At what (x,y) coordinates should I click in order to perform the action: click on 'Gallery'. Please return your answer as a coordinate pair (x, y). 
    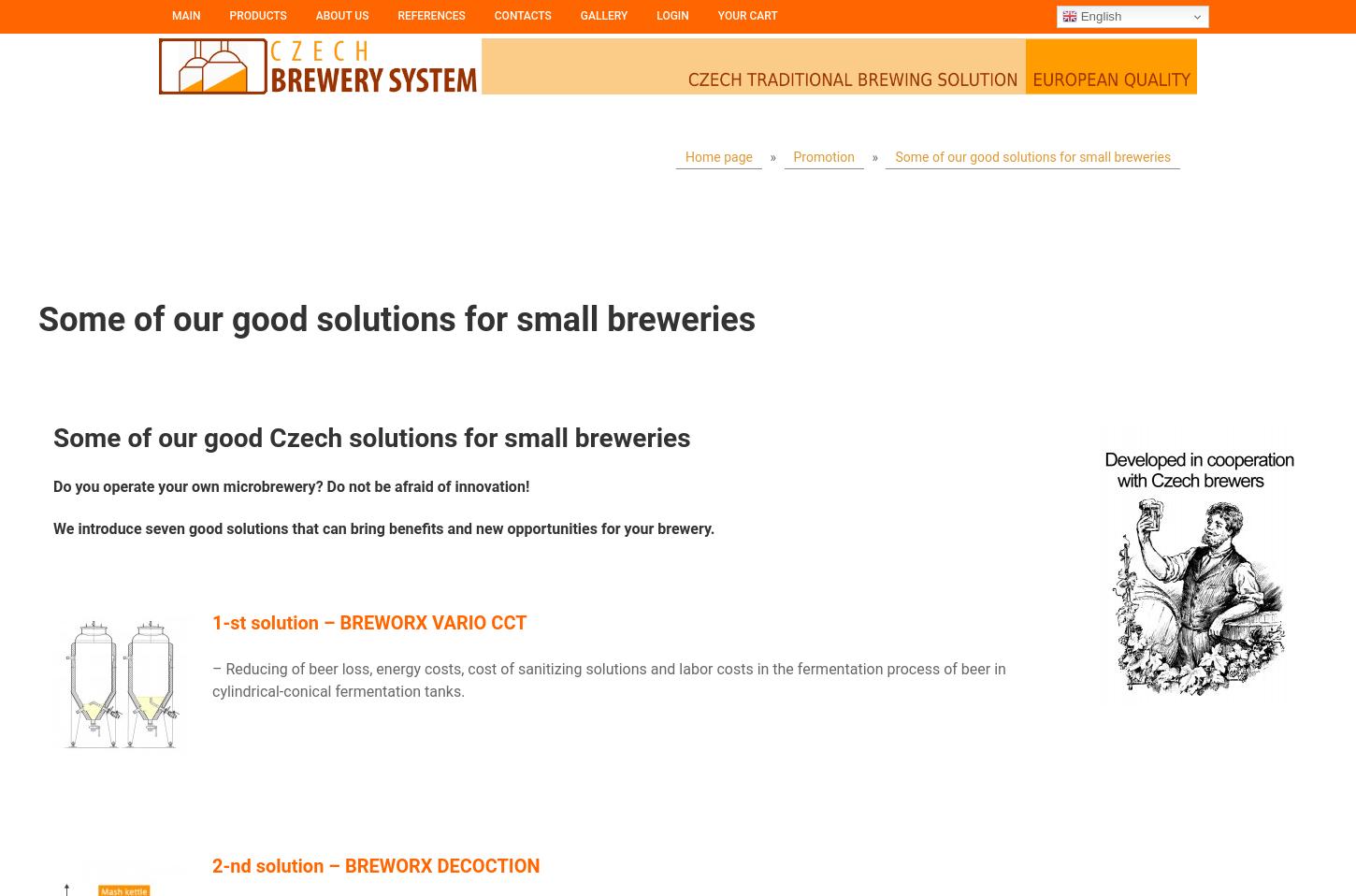
    Looking at the image, I should click on (602, 14).